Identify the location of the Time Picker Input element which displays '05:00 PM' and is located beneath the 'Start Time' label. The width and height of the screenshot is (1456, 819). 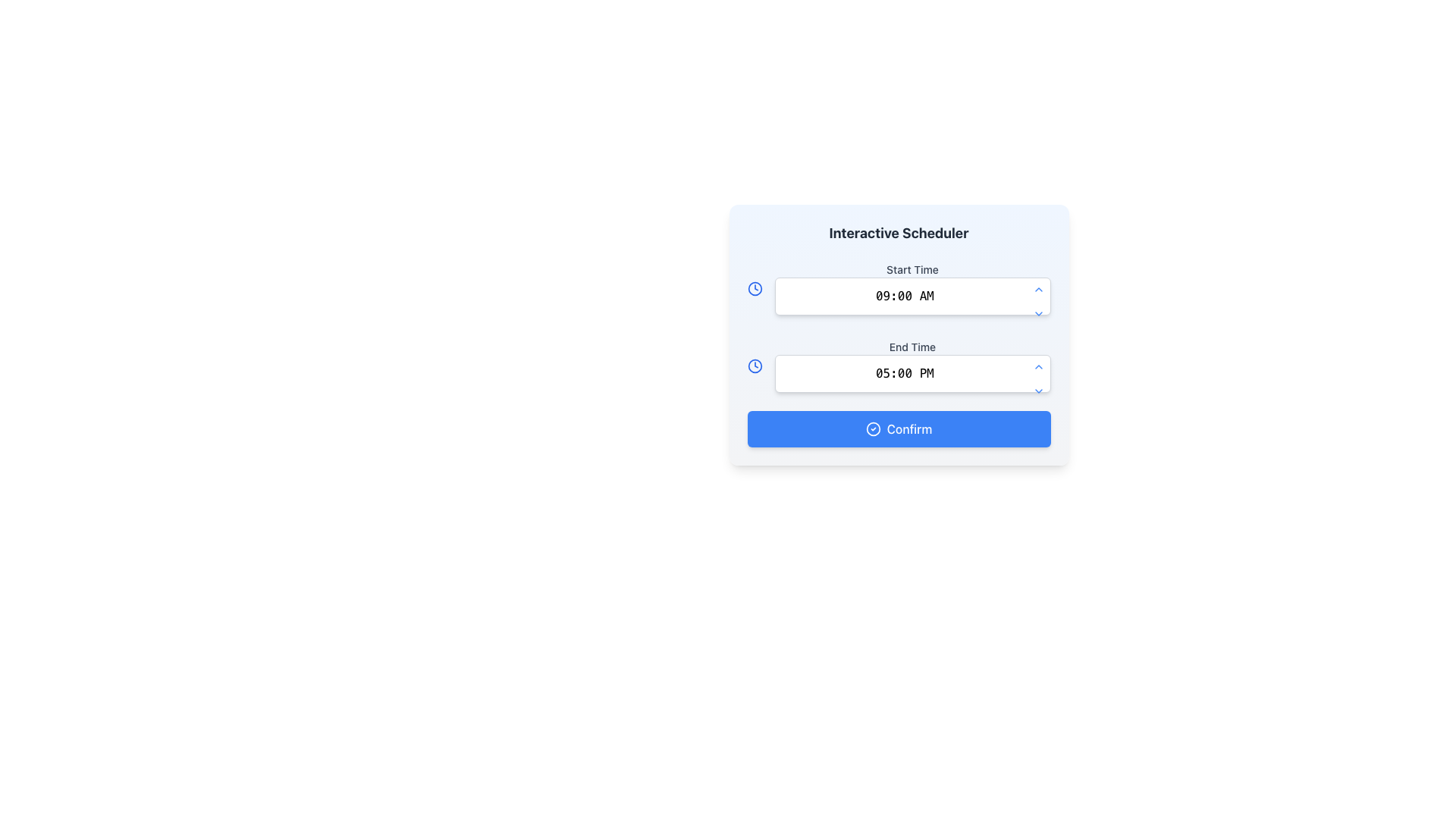
(912, 374).